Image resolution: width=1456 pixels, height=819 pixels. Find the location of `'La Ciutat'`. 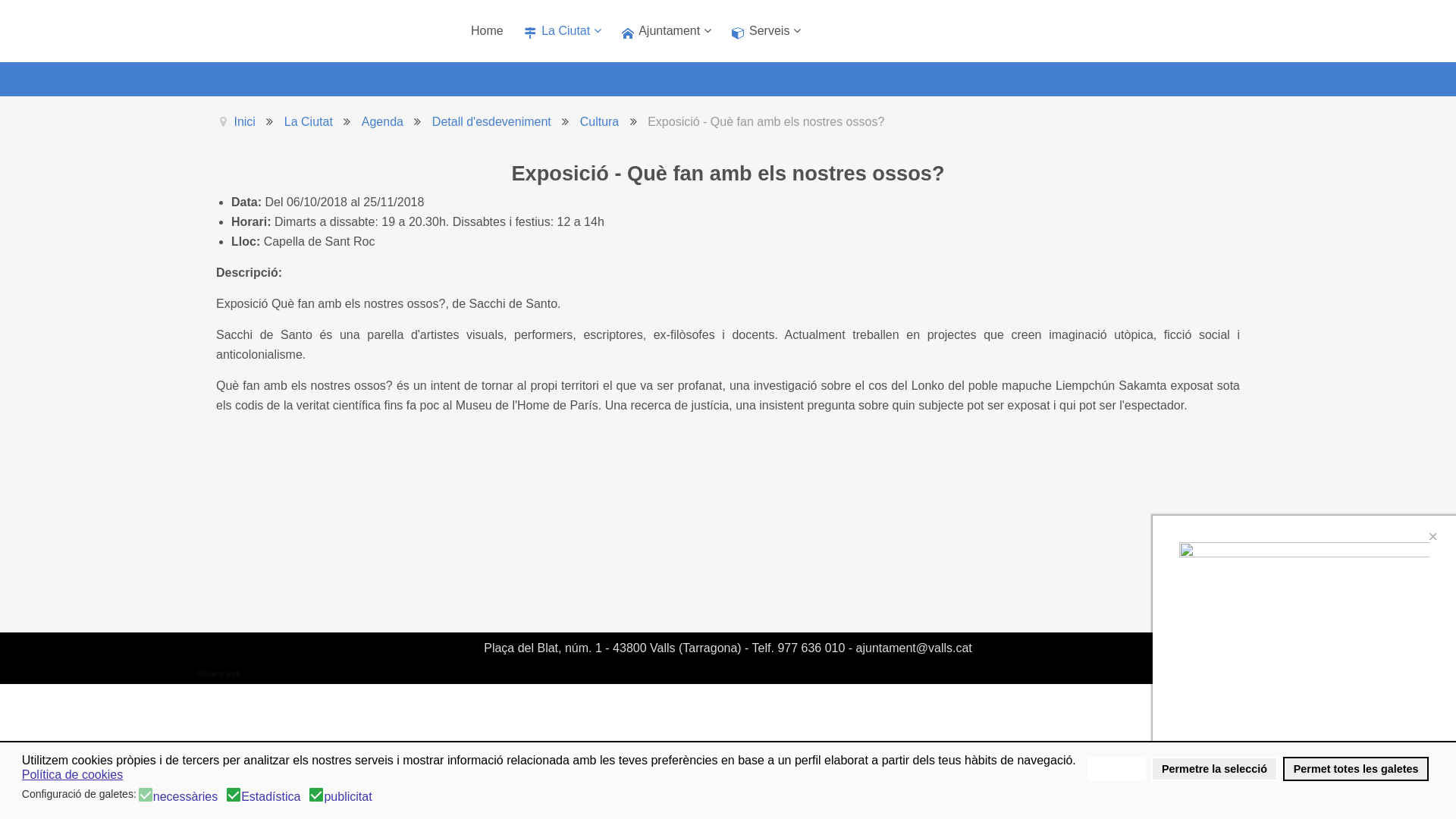

'La Ciutat' is located at coordinates (560, 31).